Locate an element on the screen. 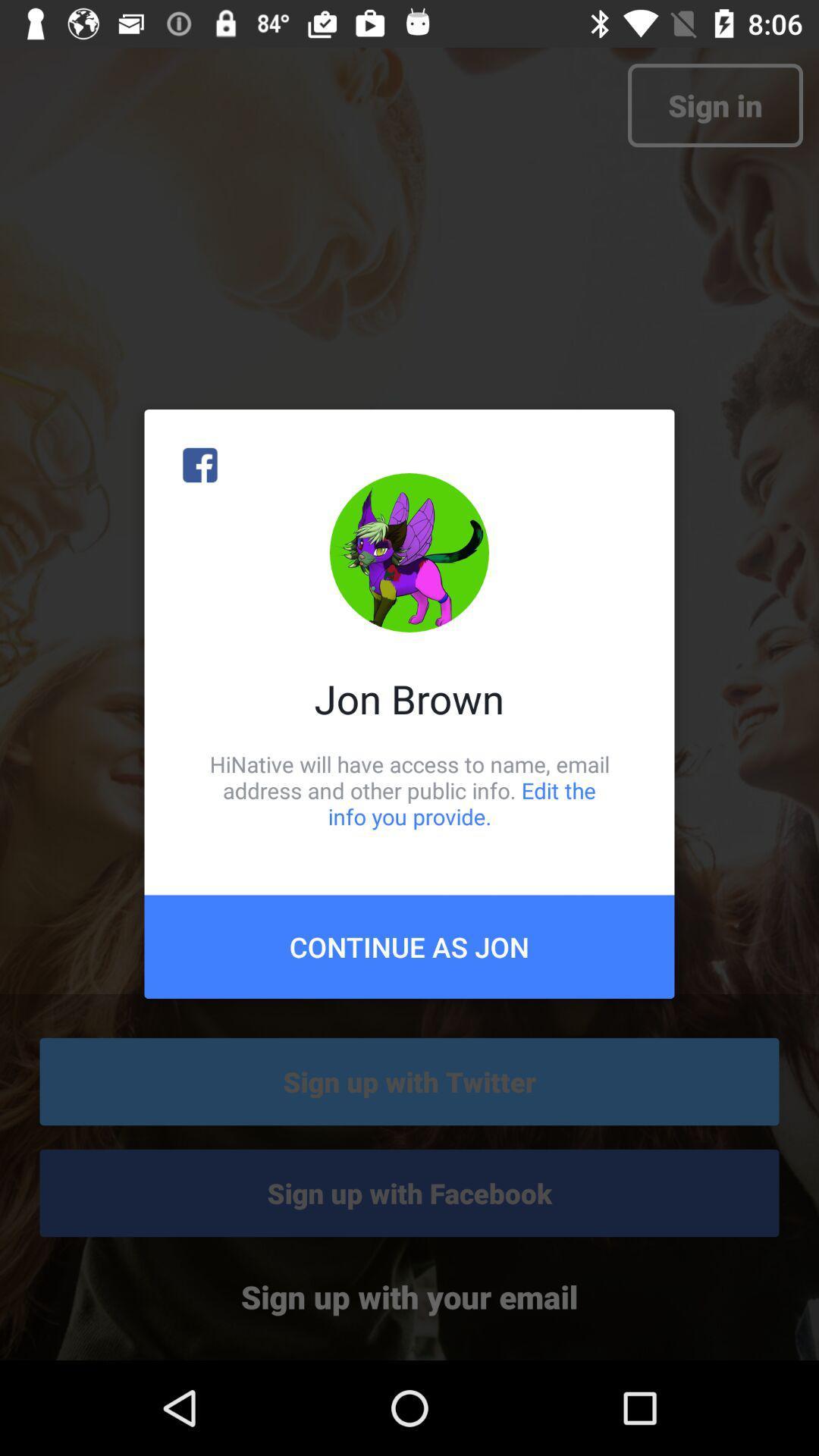 The width and height of the screenshot is (819, 1456). the icon below hinative will have icon is located at coordinates (409, 946).